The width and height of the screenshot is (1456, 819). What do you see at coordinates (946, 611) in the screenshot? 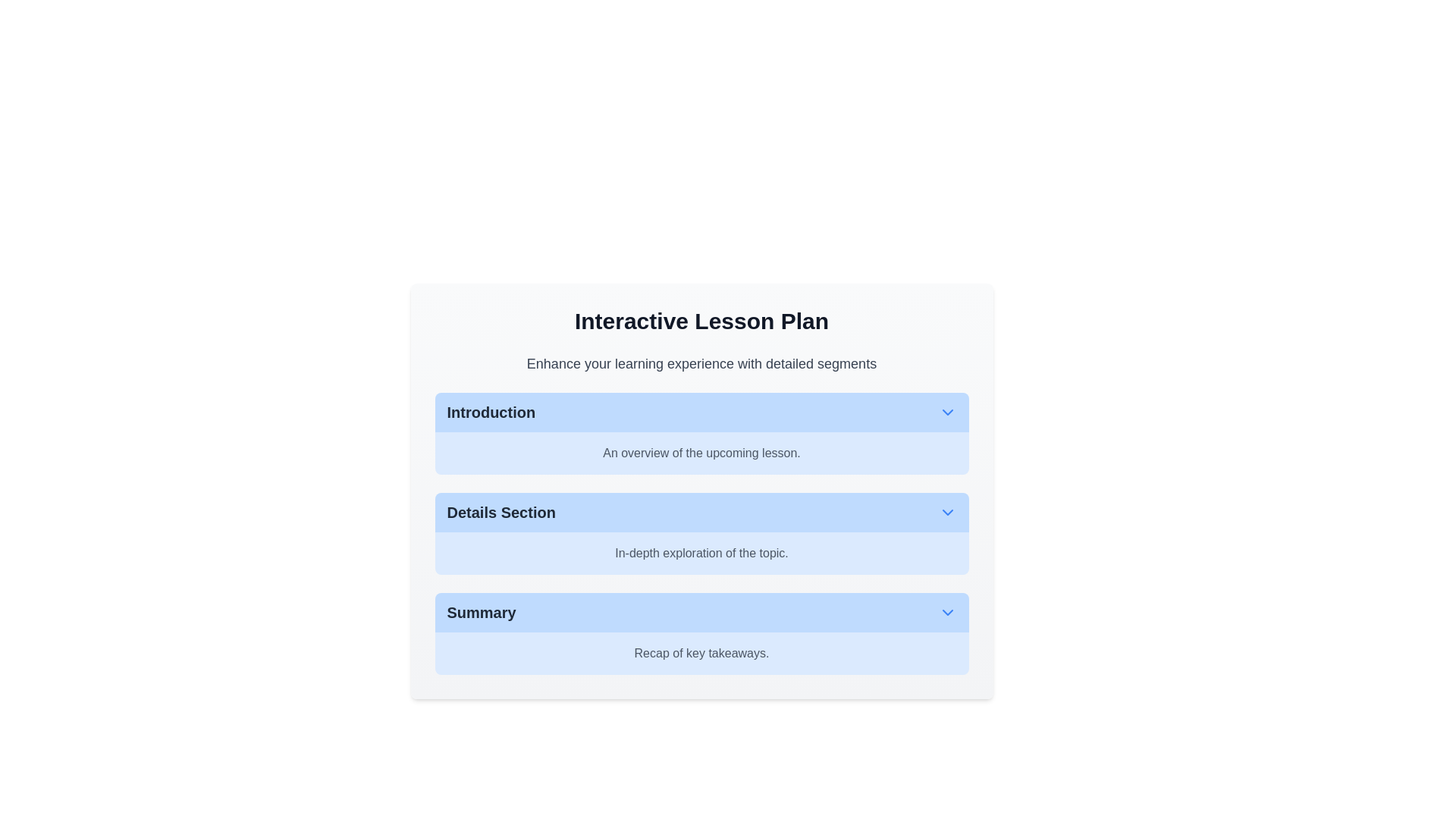
I see `the dropdown toggle icon located to the right of the 'Summary' text within the 'Summary' section` at bounding box center [946, 611].